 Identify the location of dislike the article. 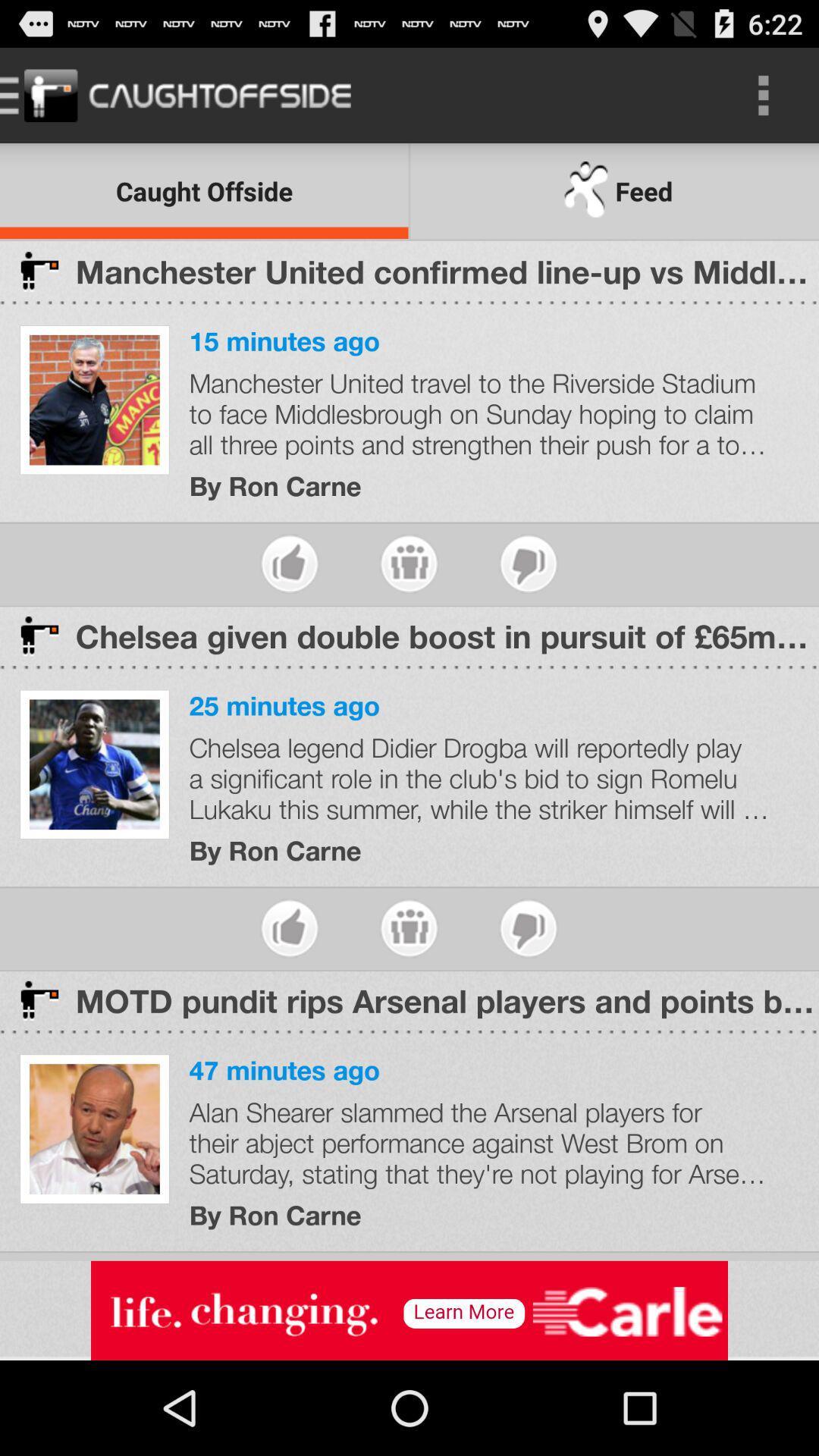
(528, 927).